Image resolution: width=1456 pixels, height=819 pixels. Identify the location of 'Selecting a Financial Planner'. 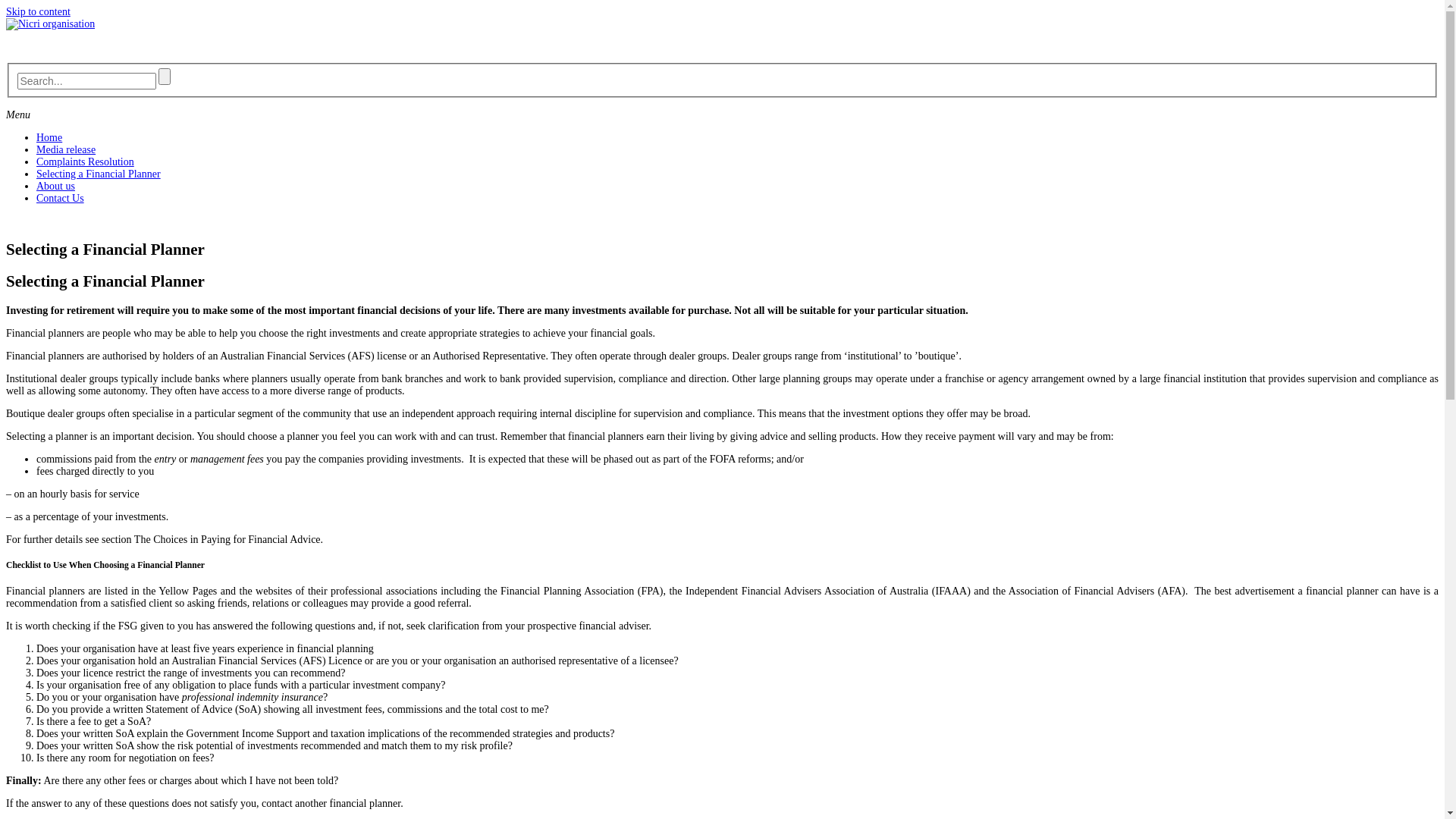
(97, 173).